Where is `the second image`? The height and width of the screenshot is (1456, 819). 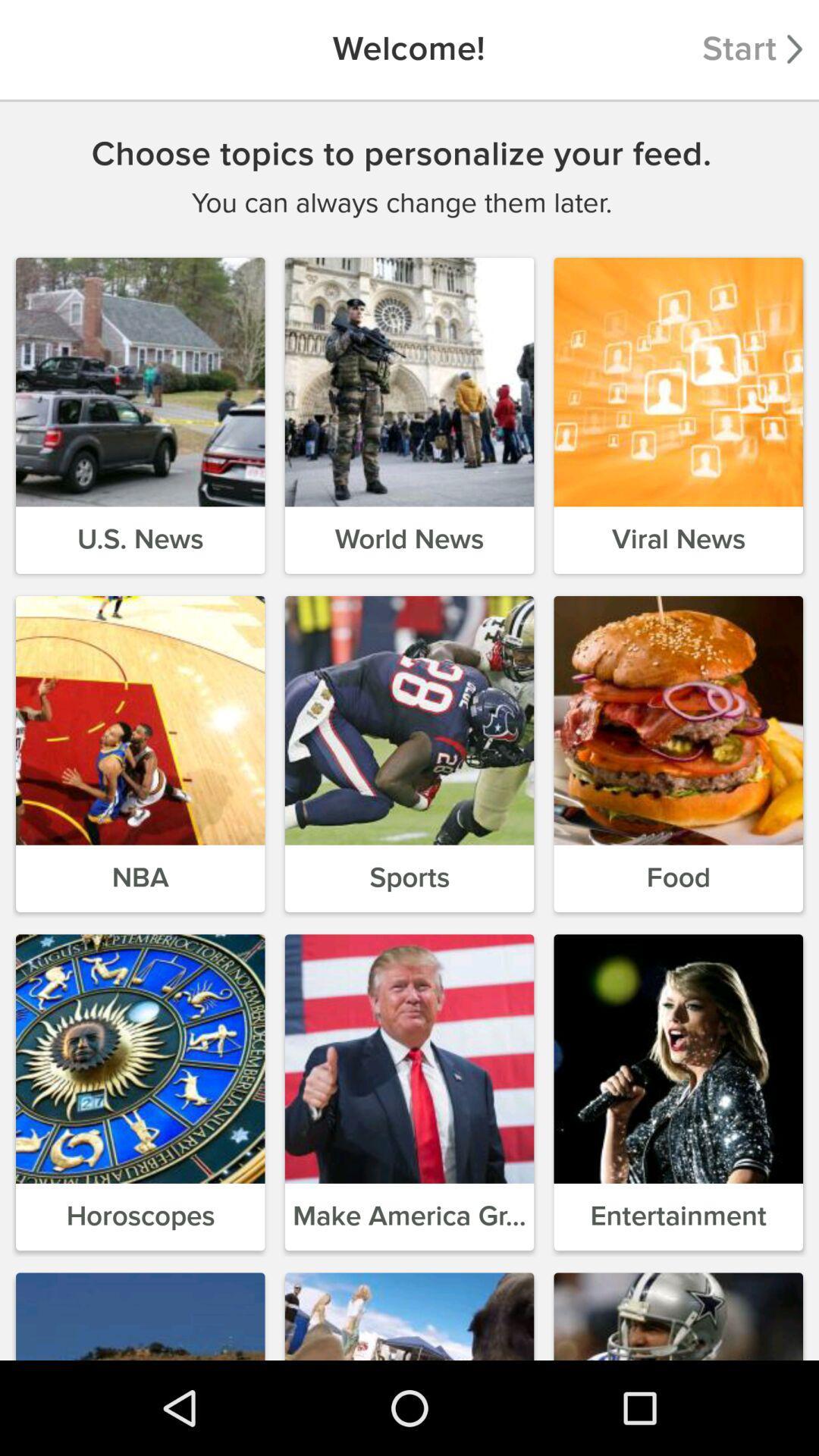
the second image is located at coordinates (409, 382).